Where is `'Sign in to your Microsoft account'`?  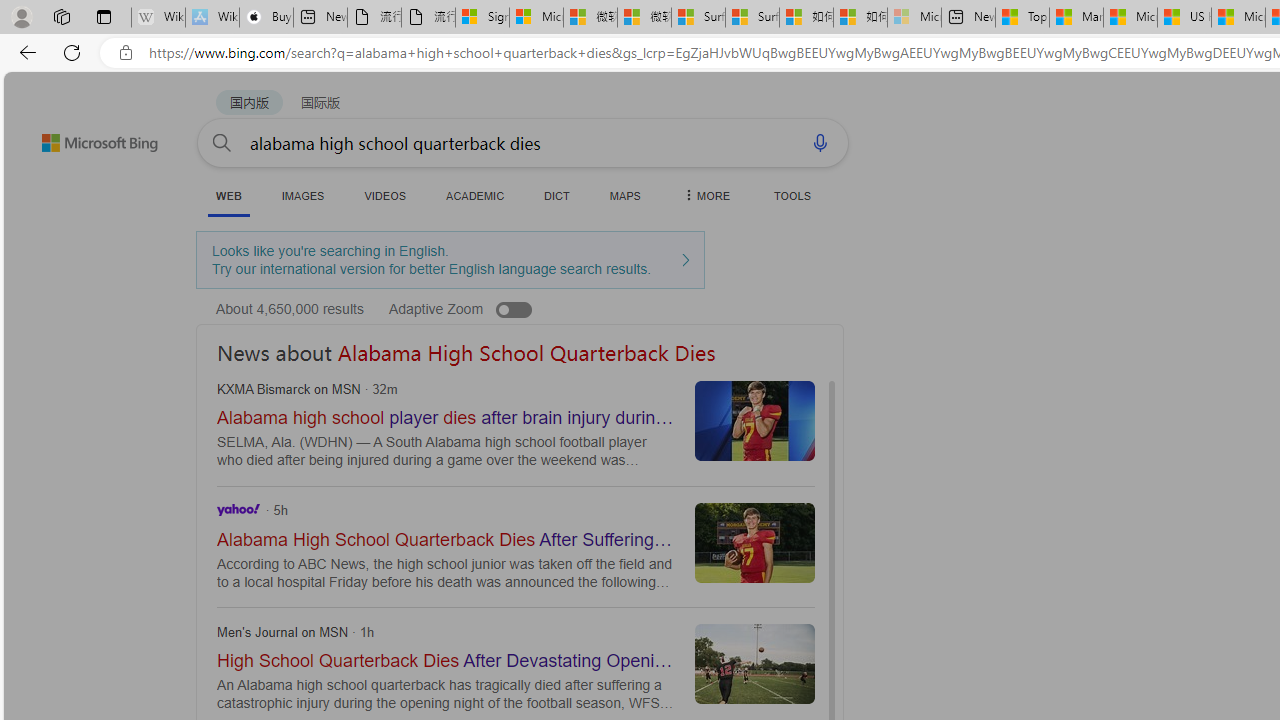 'Sign in to your Microsoft account' is located at coordinates (482, 17).